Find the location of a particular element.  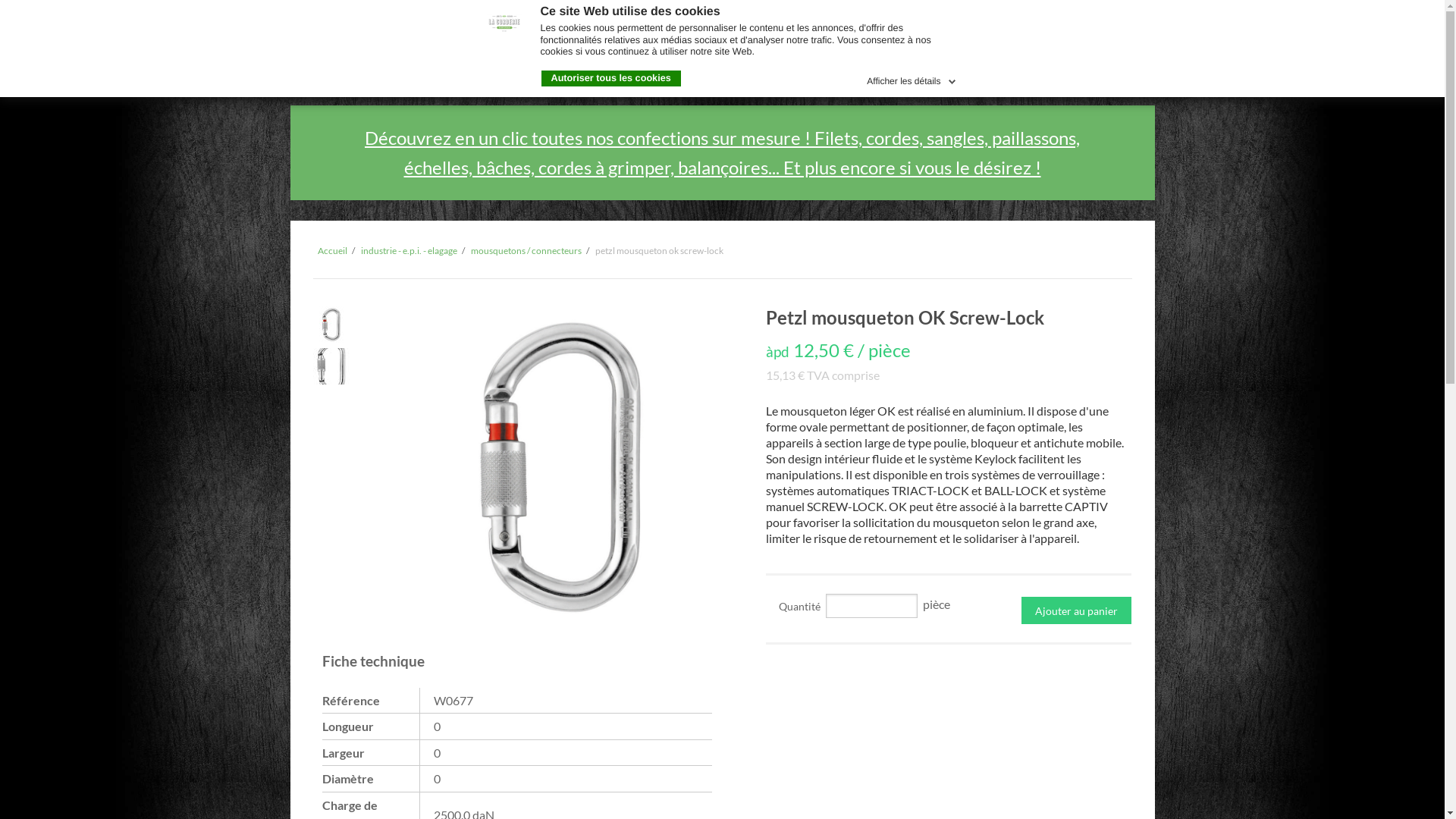

'en' is located at coordinates (1144, 23).